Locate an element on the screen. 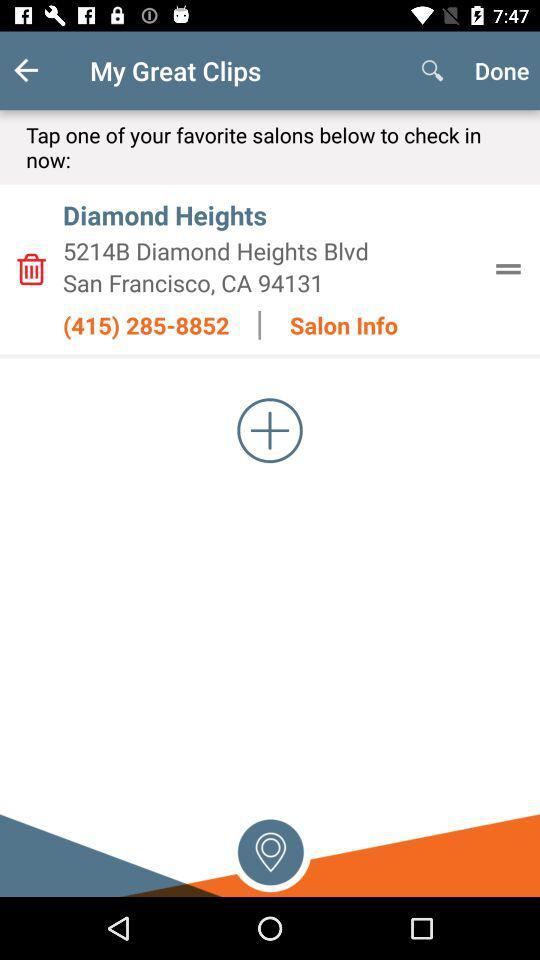 The width and height of the screenshot is (540, 960). the salon info item is located at coordinates (343, 325).